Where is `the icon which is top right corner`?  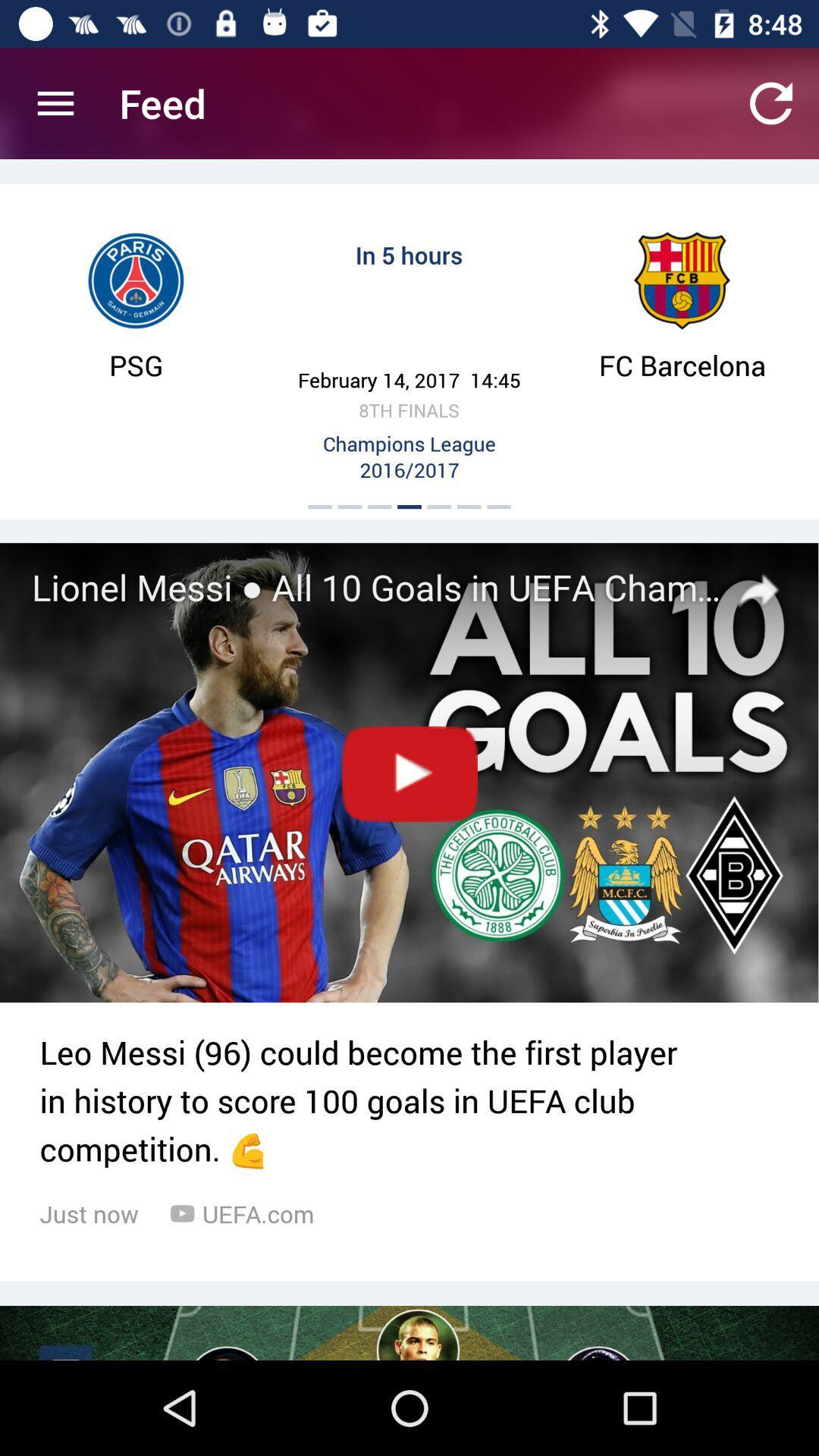 the icon which is top right corner is located at coordinates (771, 103).